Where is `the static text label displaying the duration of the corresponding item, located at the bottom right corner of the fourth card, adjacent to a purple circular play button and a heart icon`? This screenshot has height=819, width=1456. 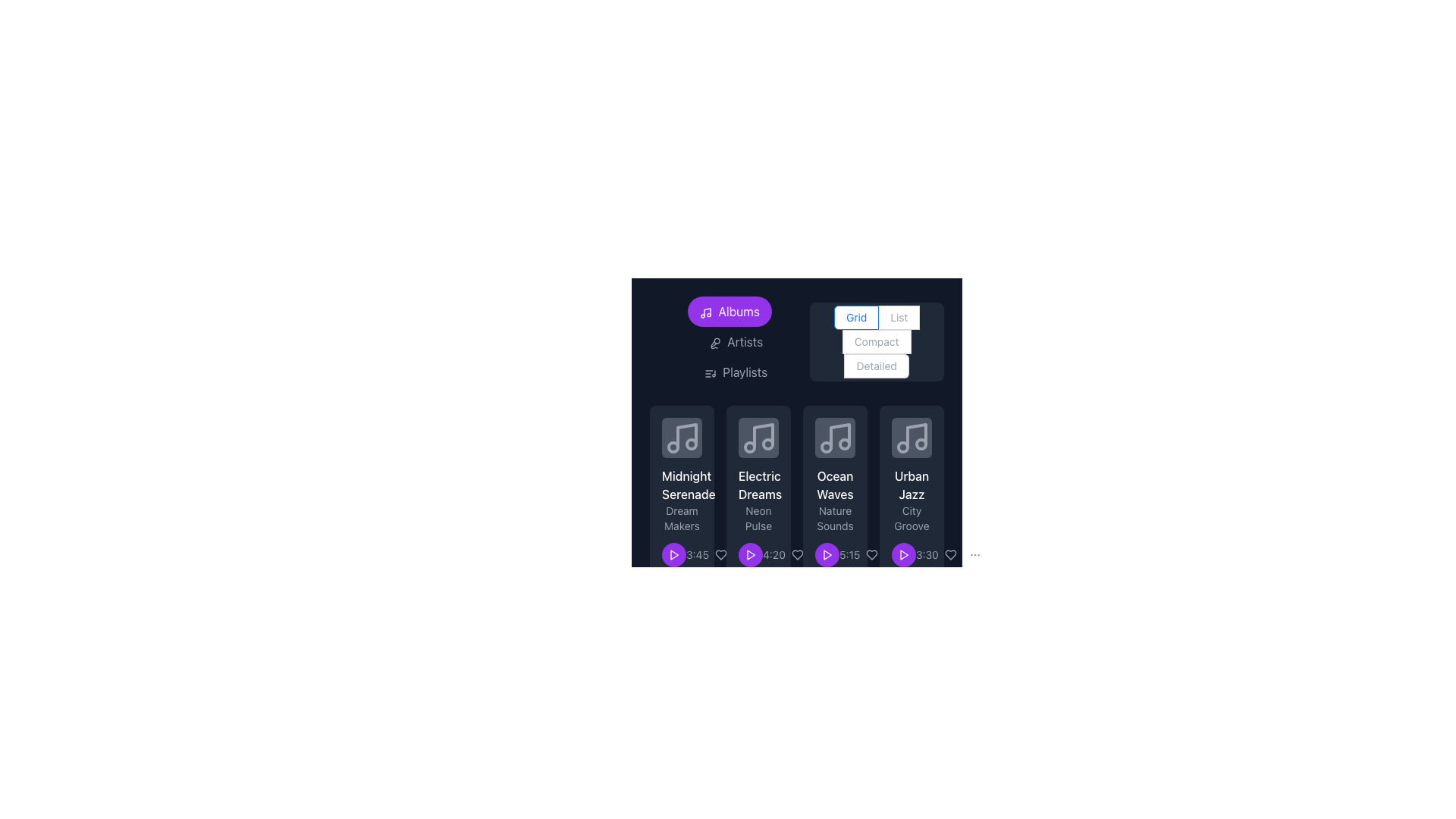
the static text label displaying the duration of the corresponding item, located at the bottom right corner of the fourth card, adjacent to a purple circular play button and a heart icon is located at coordinates (926, 555).